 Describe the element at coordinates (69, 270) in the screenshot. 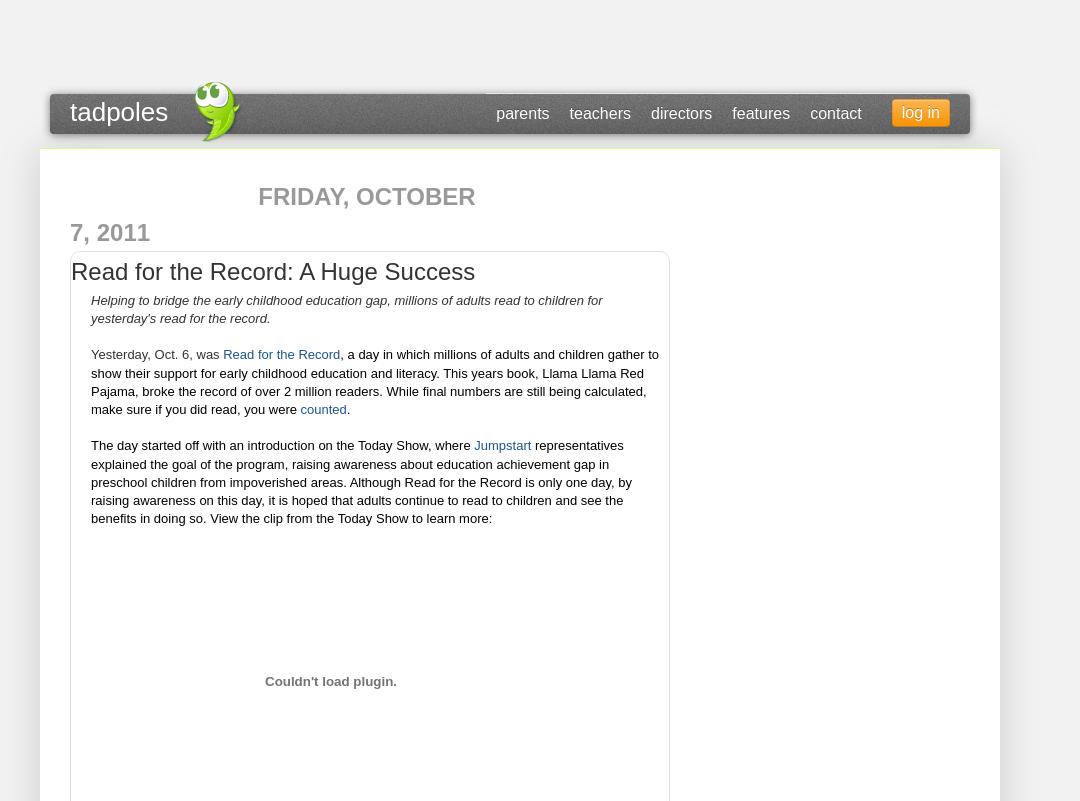

I see `'Read for the Record: A Huge Success'` at that location.